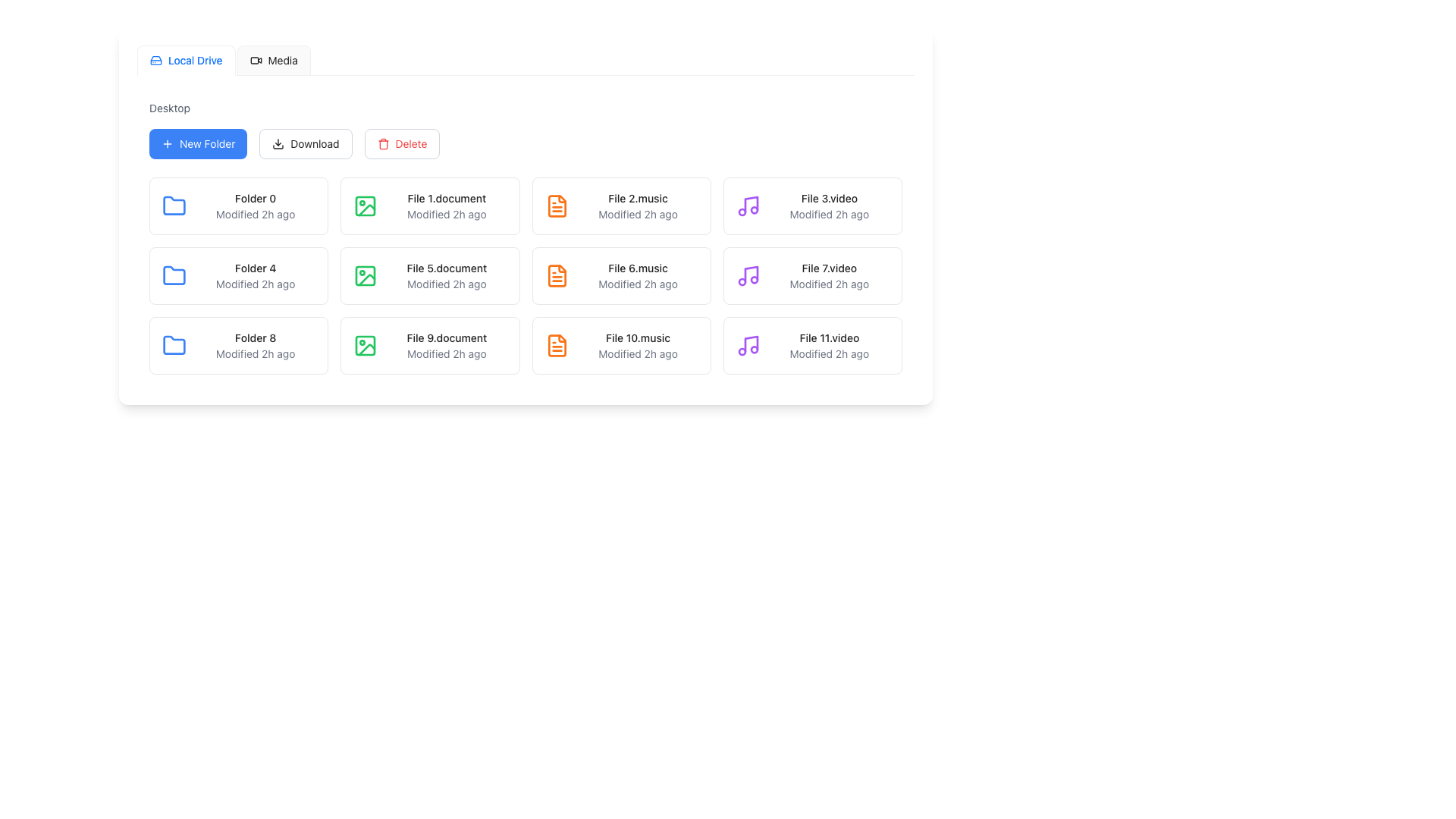 This screenshot has height=819, width=1456. Describe the element at coordinates (429, 345) in the screenshot. I see `the file entry item displaying 'File 9.document' with a green document icon, located in the third row and third item of the grid layout` at that location.